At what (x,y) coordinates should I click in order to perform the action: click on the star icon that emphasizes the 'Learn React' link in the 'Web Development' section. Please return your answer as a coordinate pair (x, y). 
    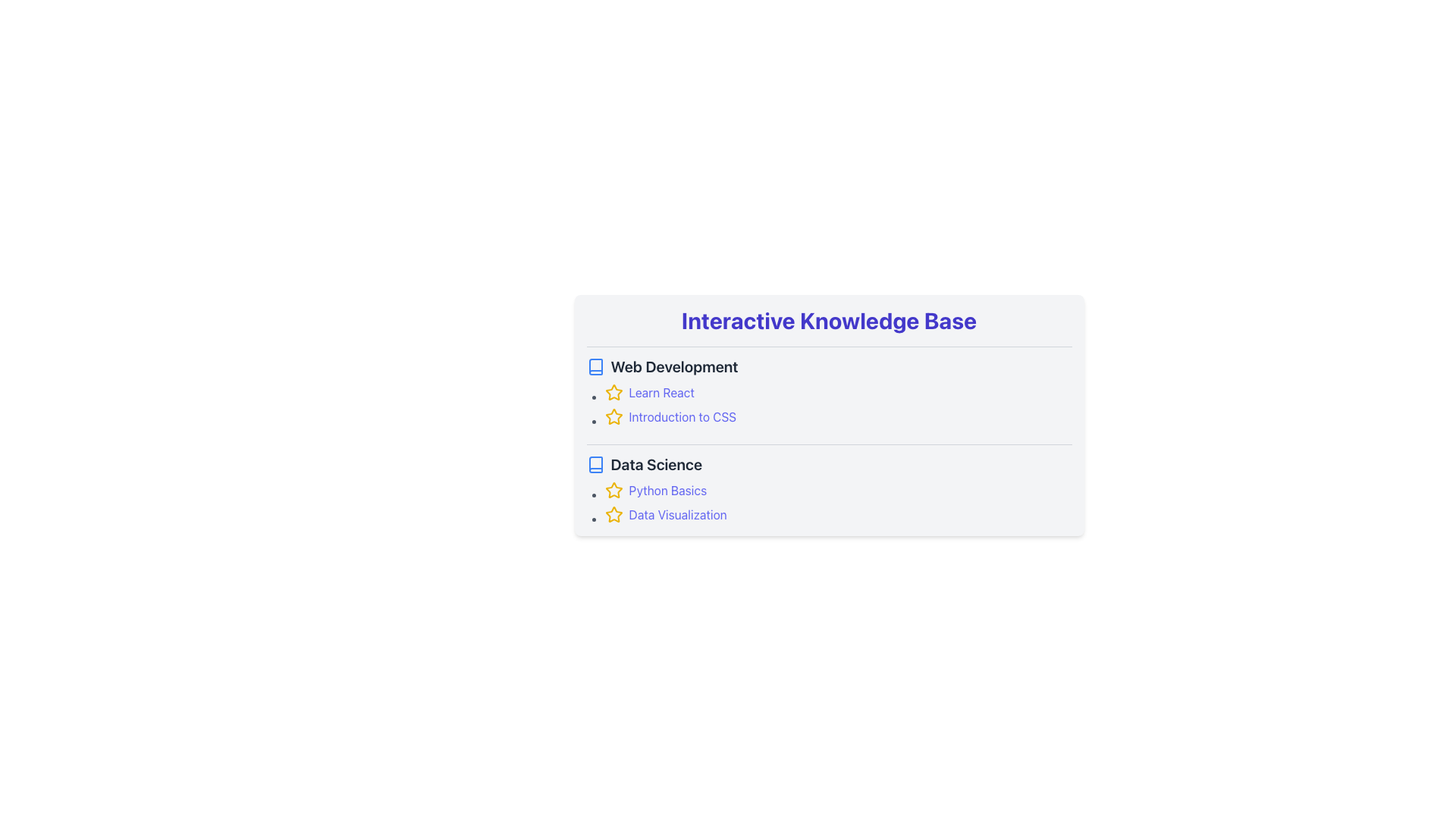
    Looking at the image, I should click on (613, 391).